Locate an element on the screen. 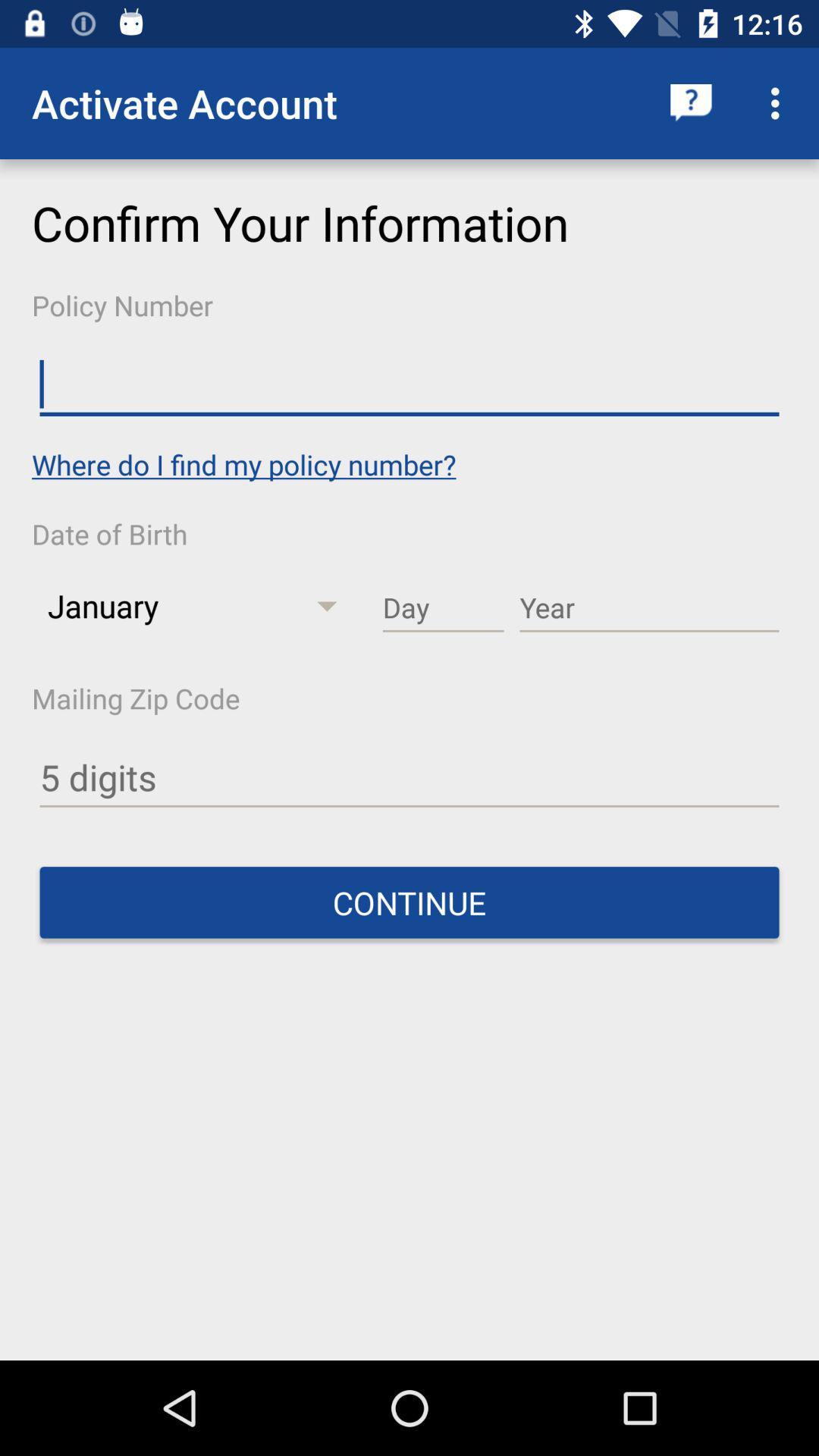 The height and width of the screenshot is (1456, 819). type year is located at coordinates (648, 608).